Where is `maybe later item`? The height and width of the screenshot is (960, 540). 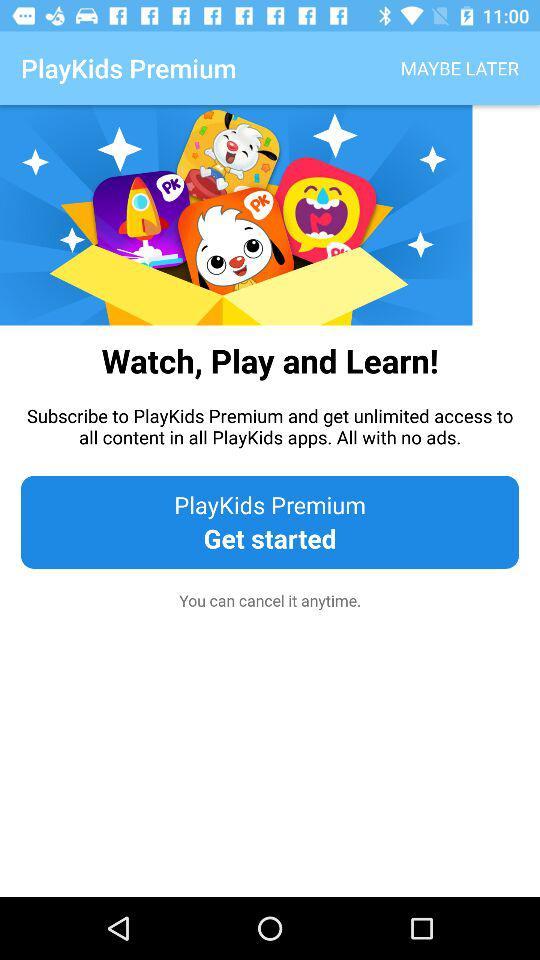 maybe later item is located at coordinates (459, 68).